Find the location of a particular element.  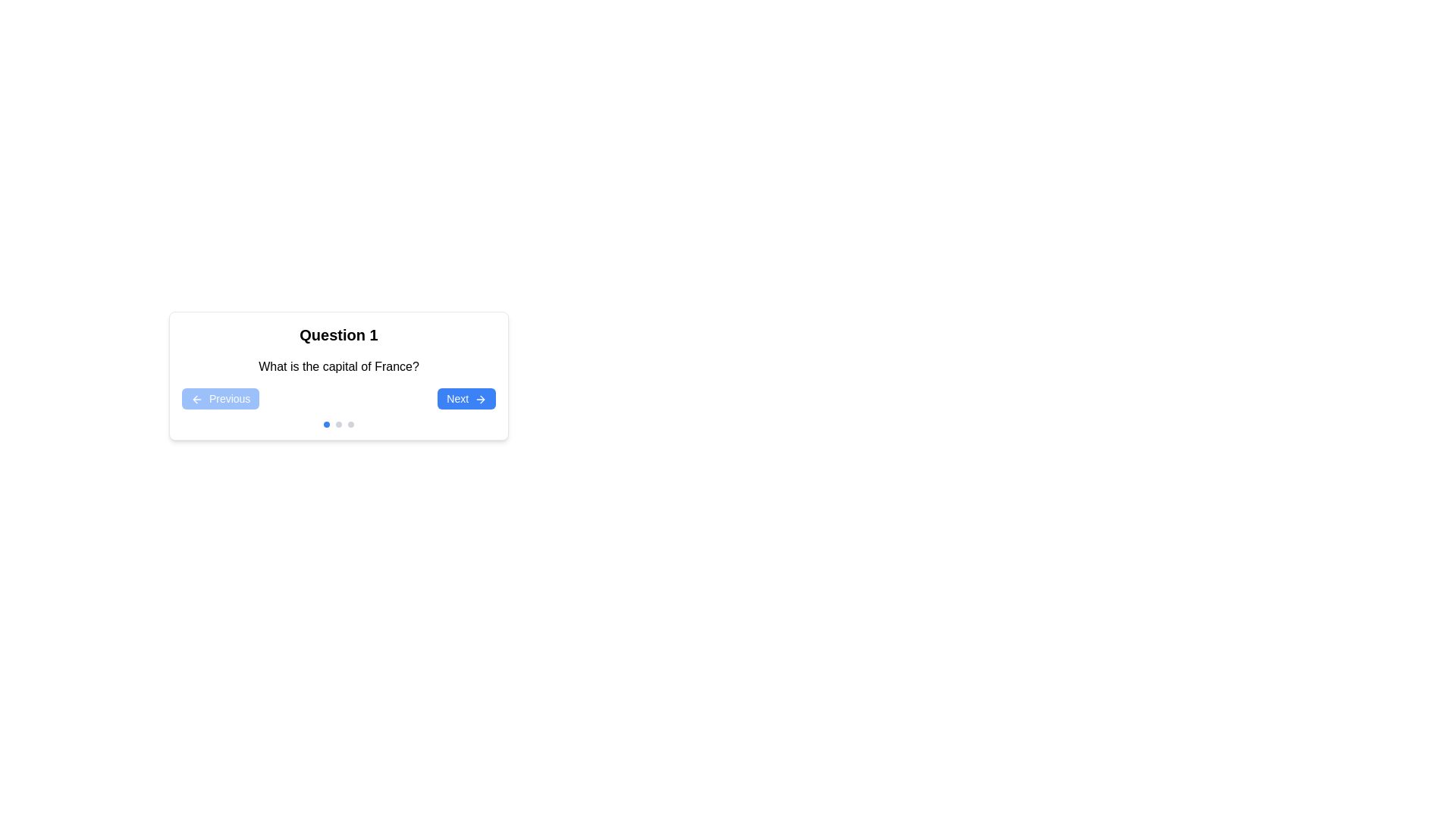

the right-facing arrow icon within the blue 'Next' button located at the bottom-right of the card displaying 'Question 1' is located at coordinates (479, 399).